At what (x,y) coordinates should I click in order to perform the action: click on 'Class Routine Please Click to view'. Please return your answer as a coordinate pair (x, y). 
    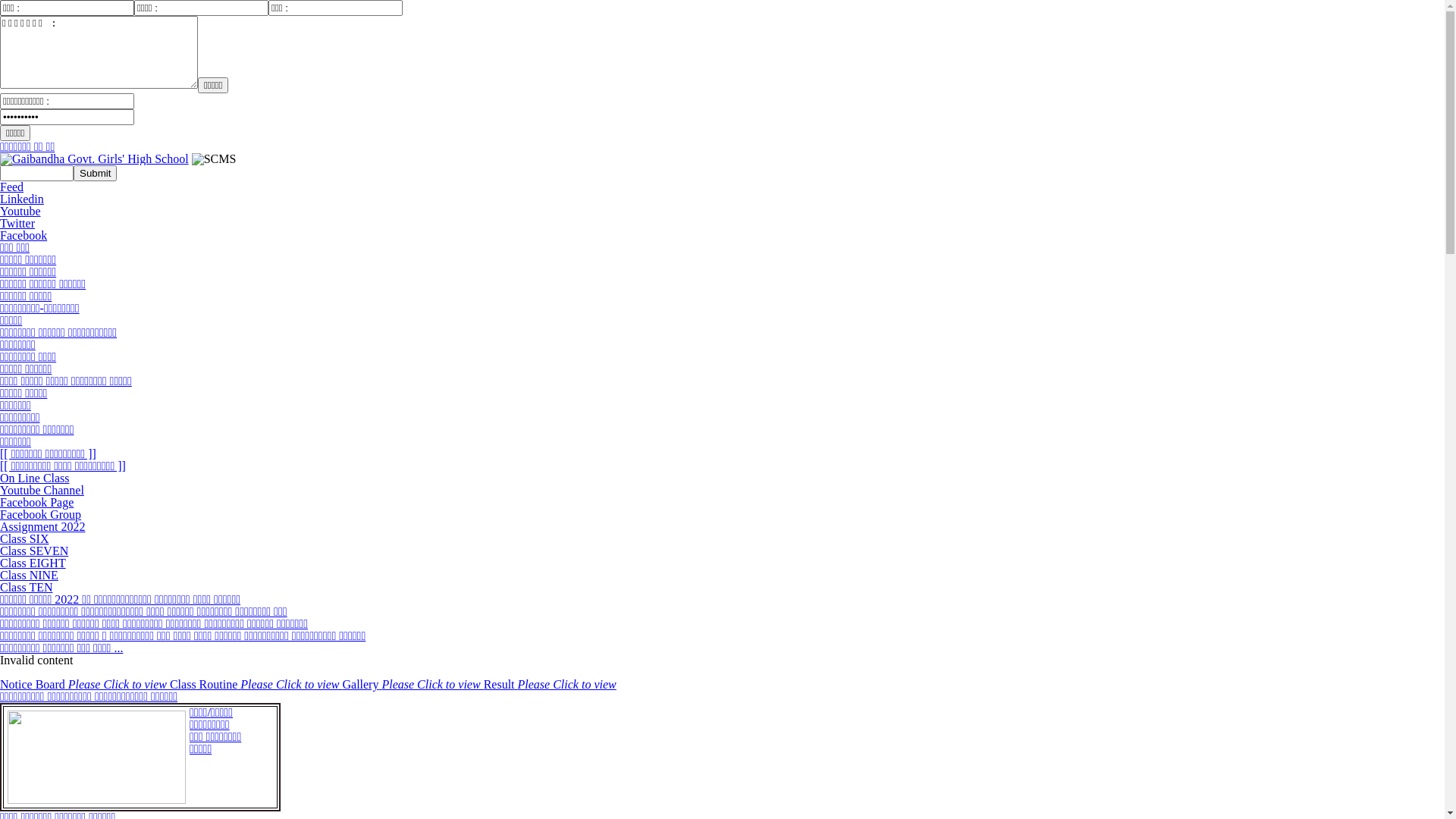
    Looking at the image, I should click on (256, 684).